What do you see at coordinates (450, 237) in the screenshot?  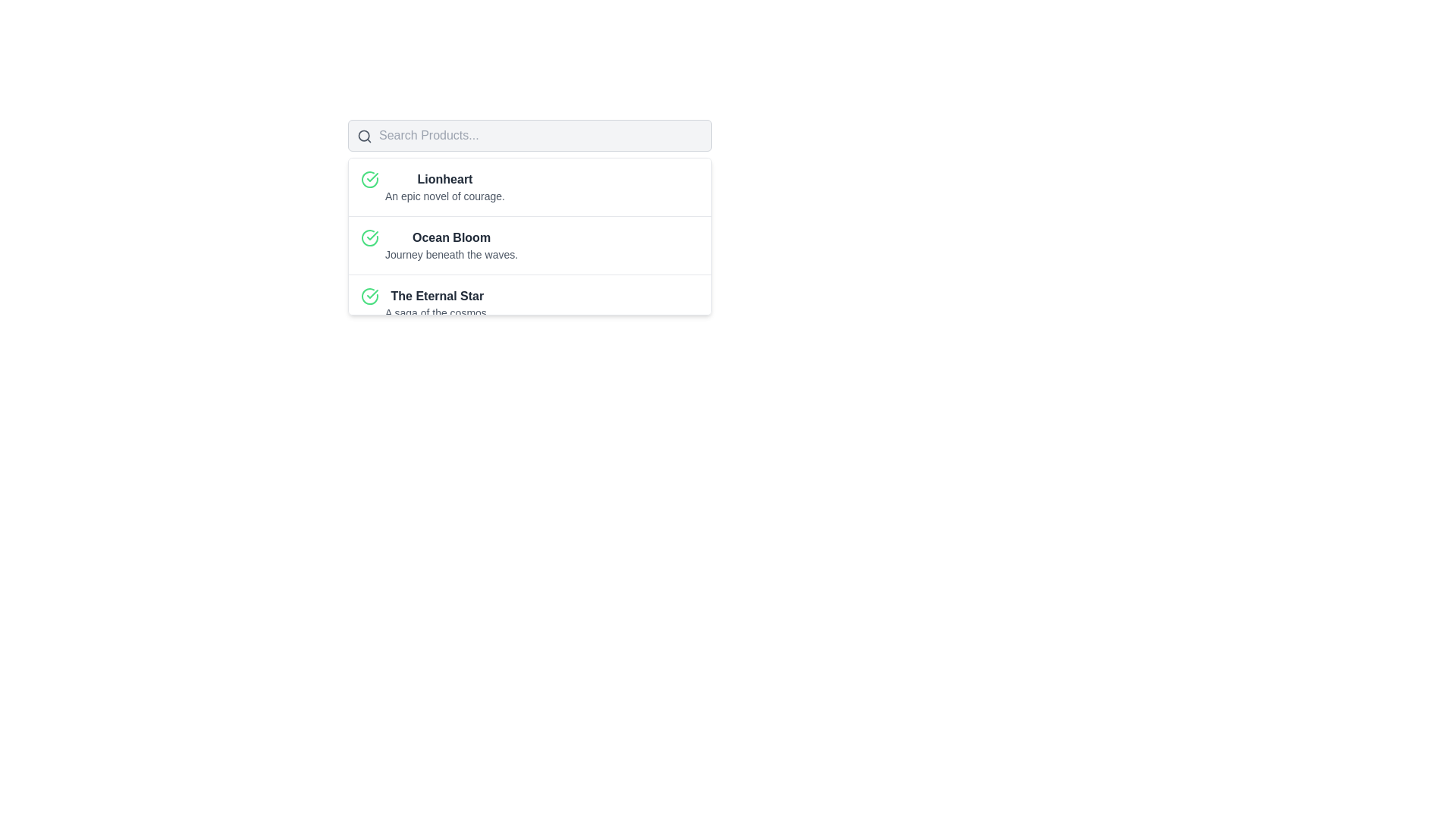 I see `text displayed as 'Ocean Bloom' in a bold and dark gray font, which is the title of the second list item in the vertical list structure` at bounding box center [450, 237].